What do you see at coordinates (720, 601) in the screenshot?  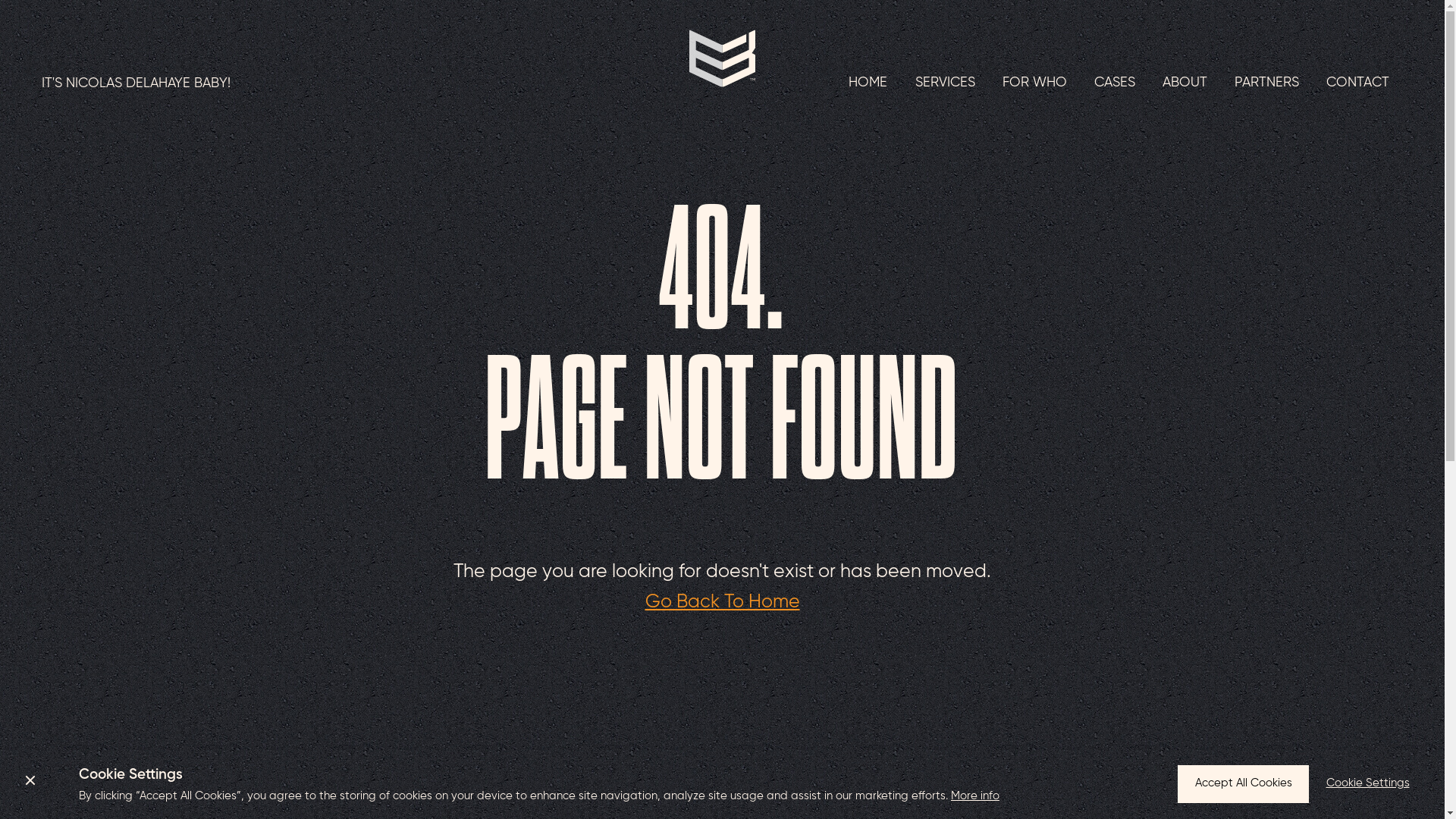 I see `'Go Back To Home'` at bounding box center [720, 601].